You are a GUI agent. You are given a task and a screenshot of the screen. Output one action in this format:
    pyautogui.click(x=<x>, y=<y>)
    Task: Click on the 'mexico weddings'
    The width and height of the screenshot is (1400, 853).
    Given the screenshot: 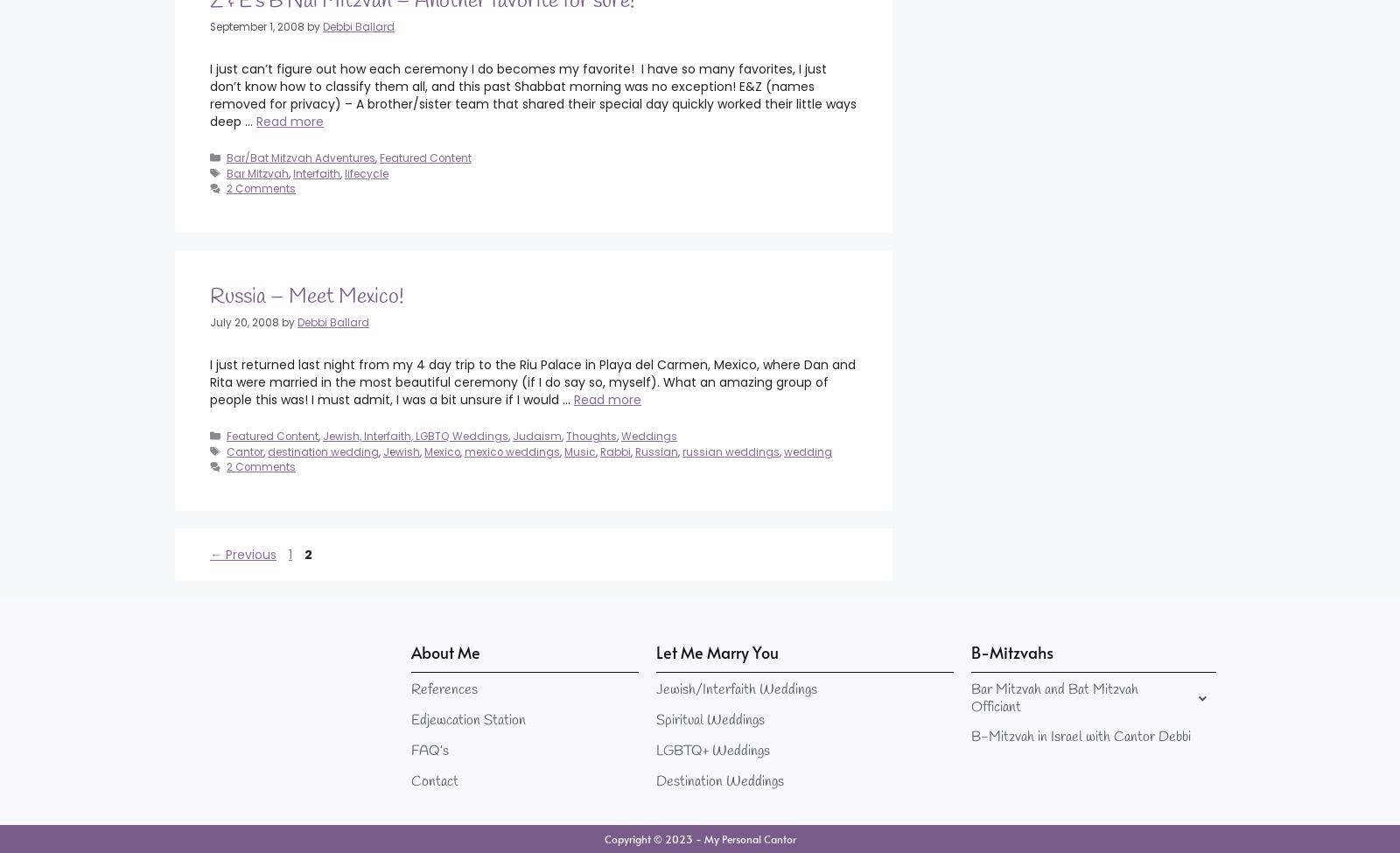 What is the action you would take?
    pyautogui.click(x=511, y=450)
    